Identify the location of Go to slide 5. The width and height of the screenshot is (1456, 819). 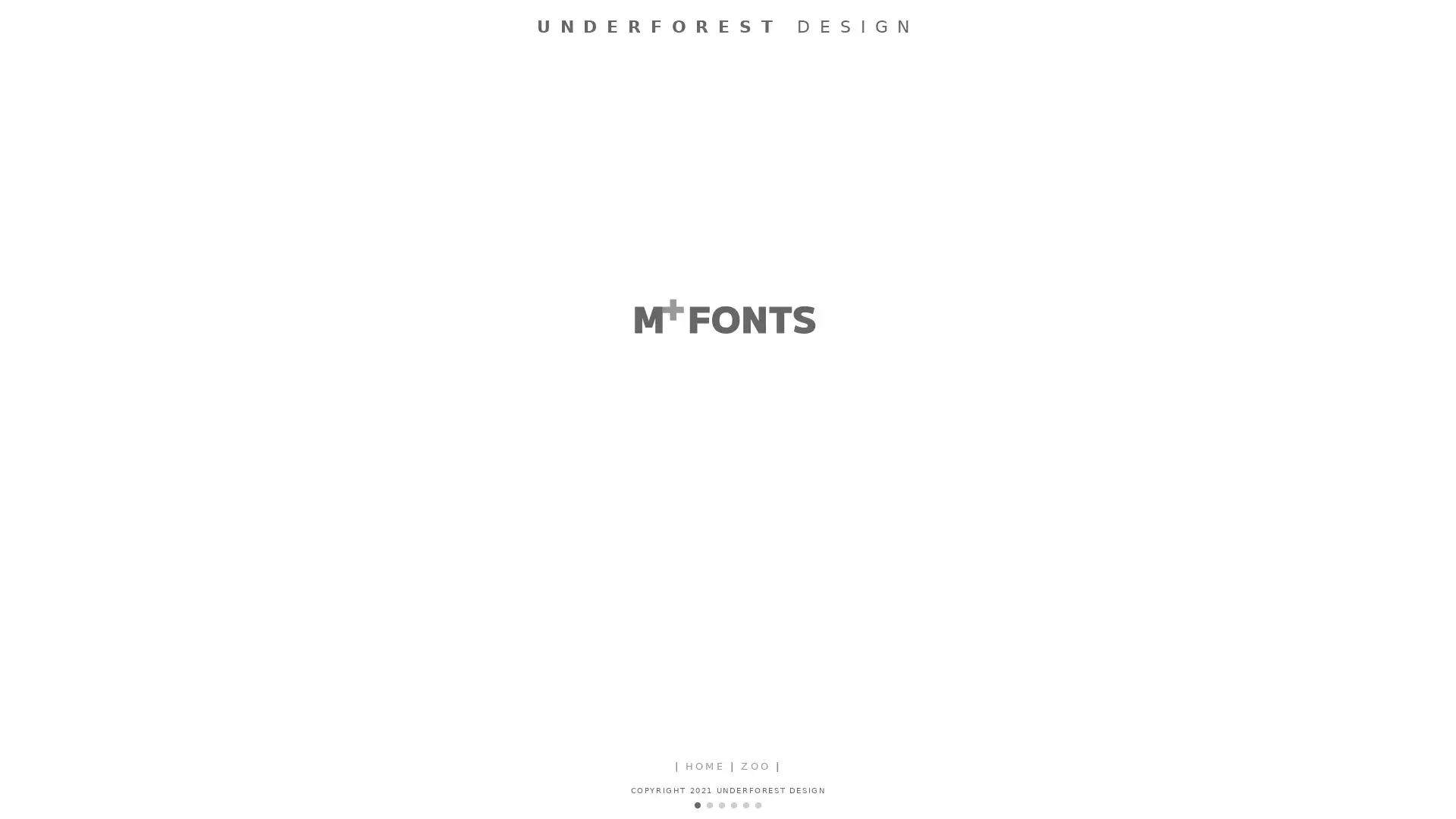
(745, 804).